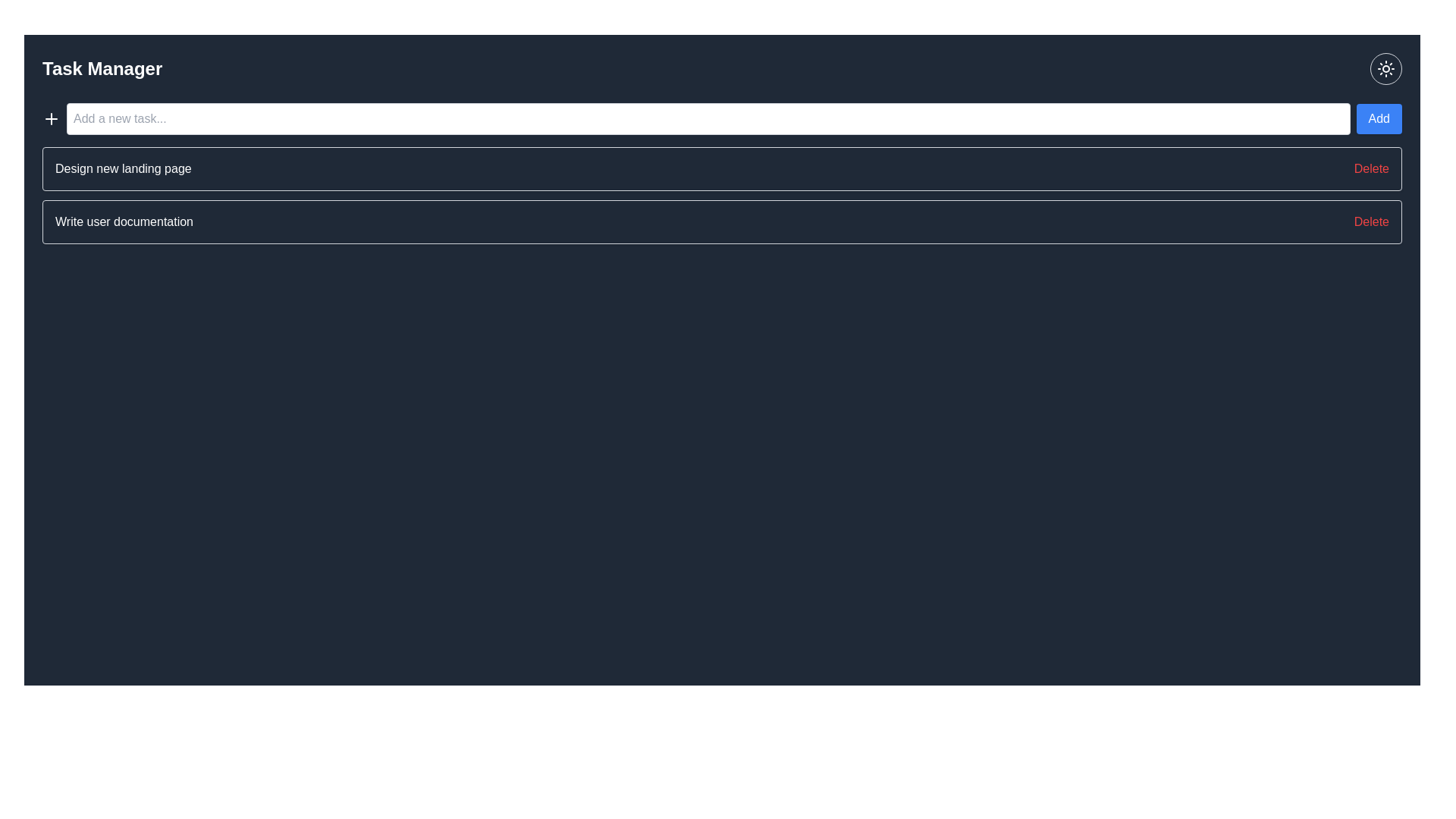 Image resolution: width=1456 pixels, height=819 pixels. What do you see at coordinates (102, 69) in the screenshot?
I see `the main title of the page, which serves as the identification for the task manager application and is positioned at the top-left corner above the task input box and task list` at bounding box center [102, 69].